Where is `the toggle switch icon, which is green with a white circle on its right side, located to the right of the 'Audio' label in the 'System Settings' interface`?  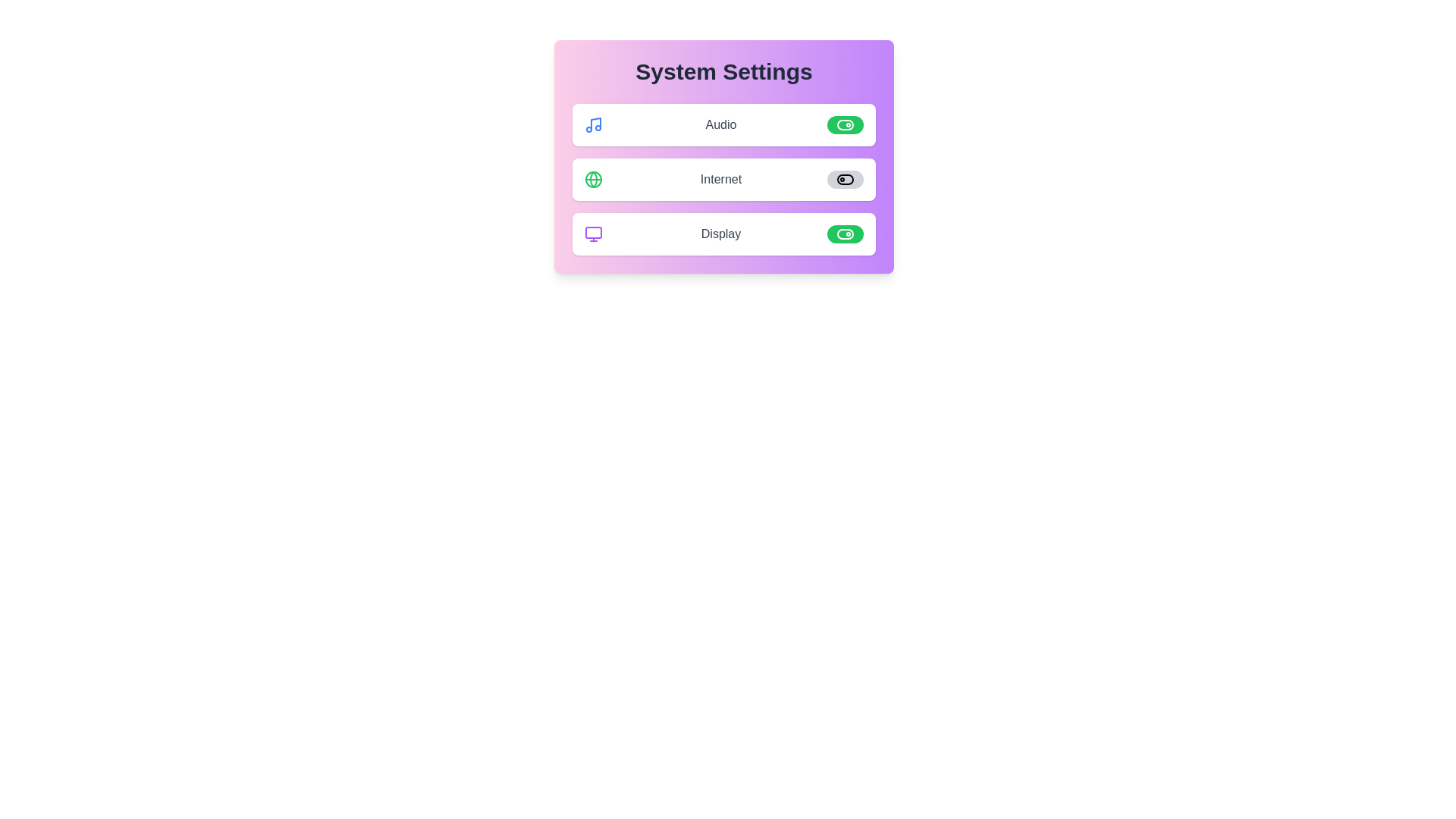
the toggle switch icon, which is green with a white circle on its right side, located to the right of the 'Audio' label in the 'System Settings' interface is located at coordinates (844, 124).